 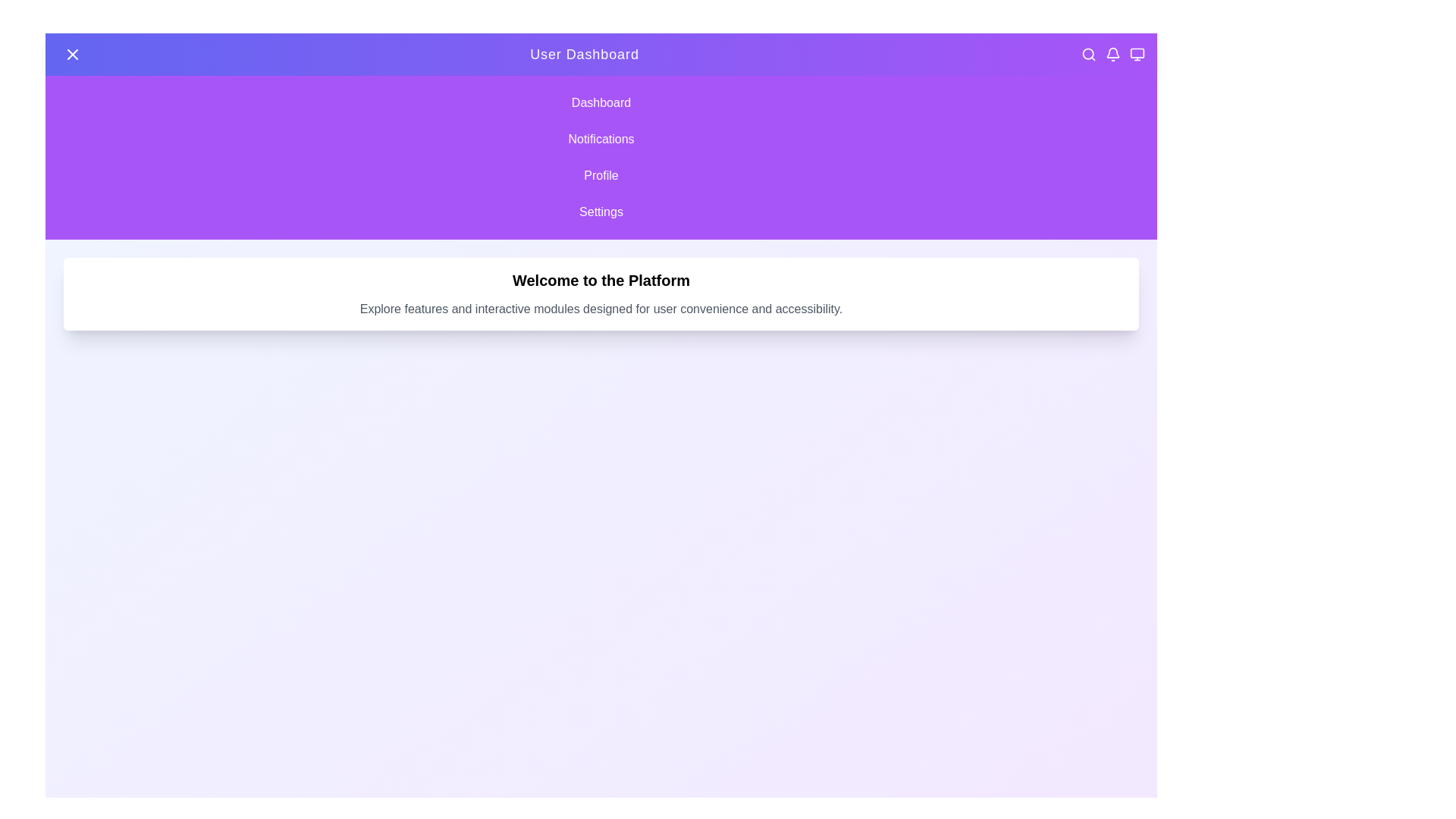 What do you see at coordinates (600, 140) in the screenshot?
I see `the menu item Notifications to observe the hover effect` at bounding box center [600, 140].